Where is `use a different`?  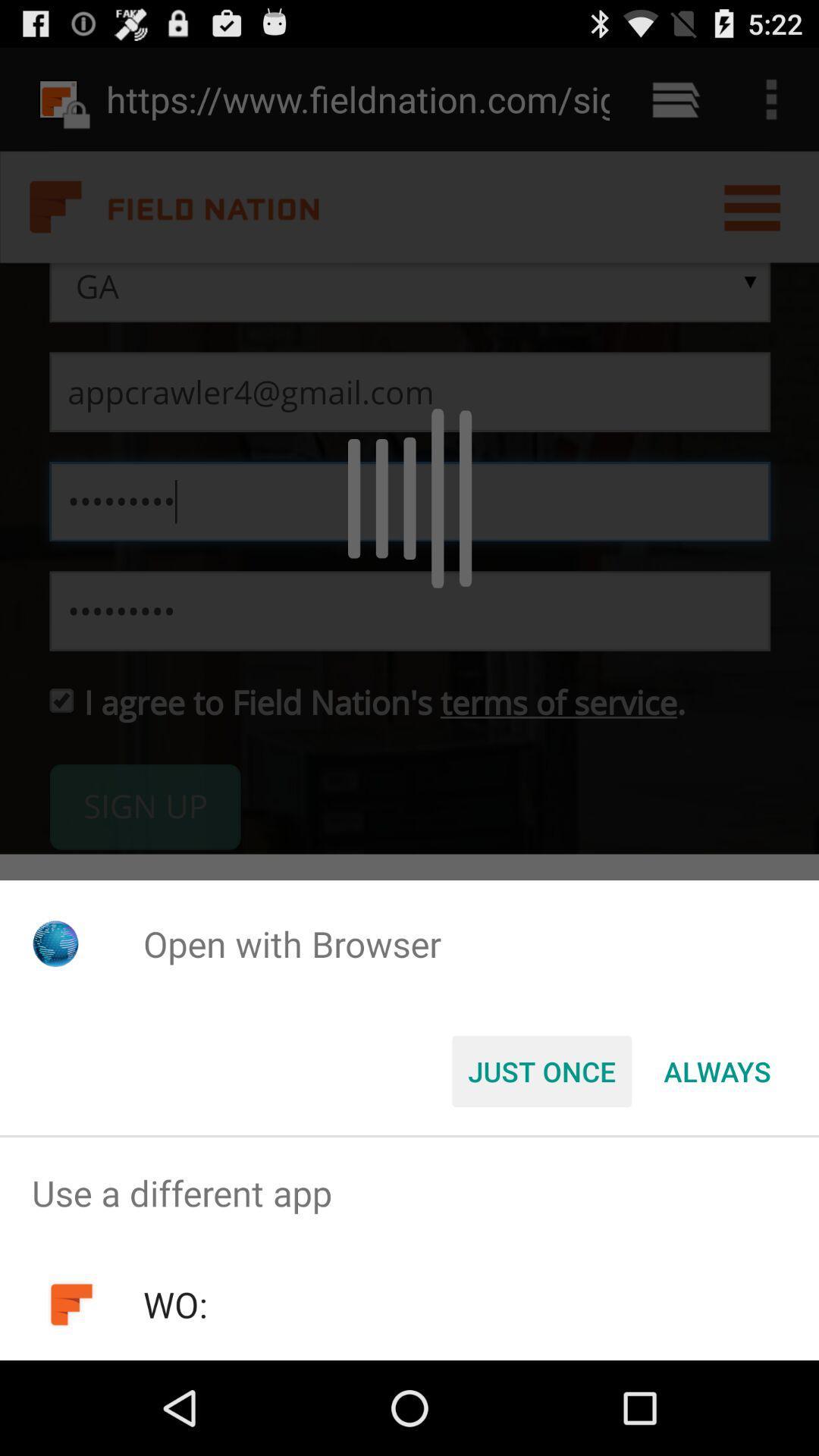
use a different is located at coordinates (409, 1192).